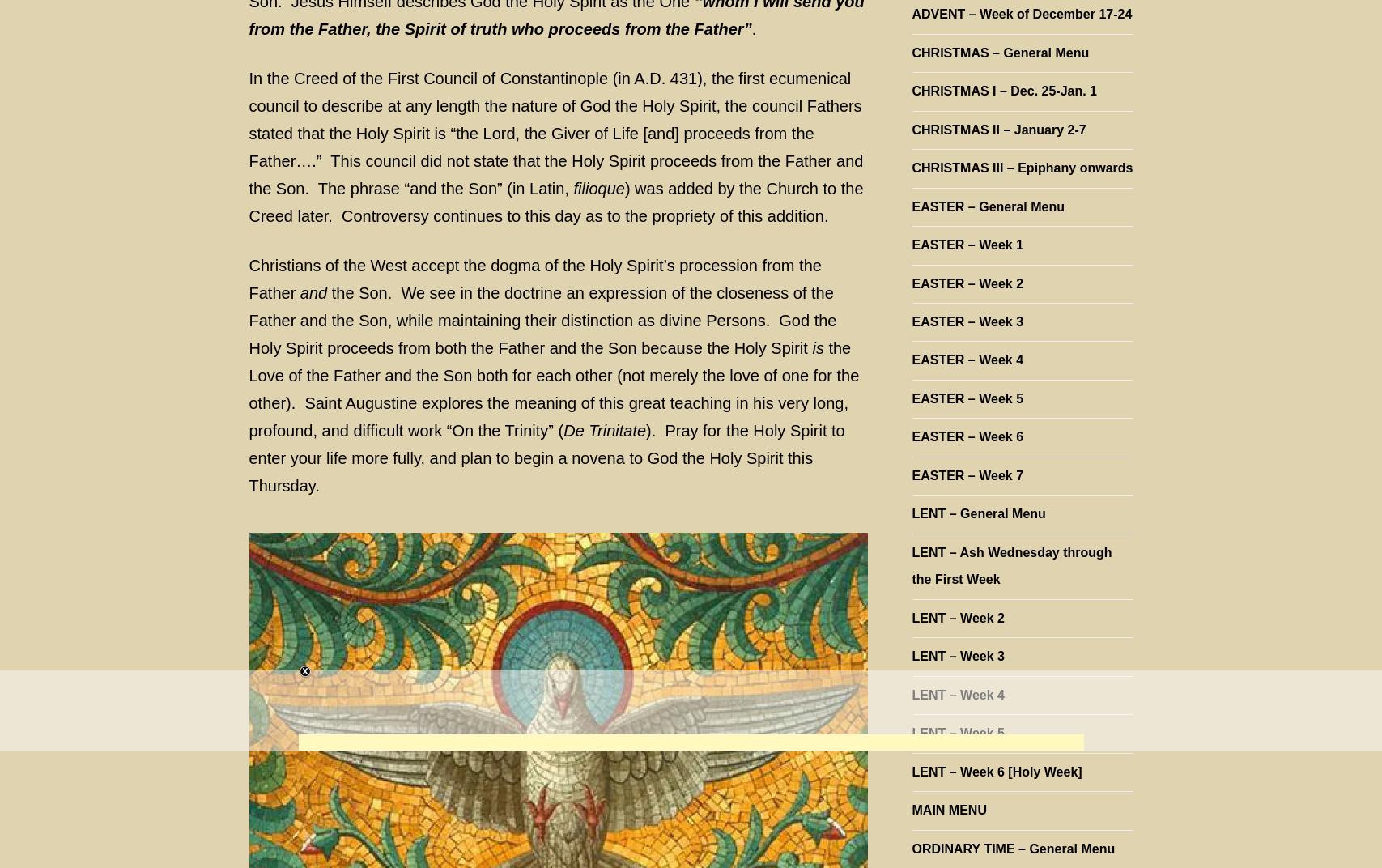 Image resolution: width=1382 pixels, height=868 pixels. I want to click on 'LENT – Week 2', so click(956, 617).